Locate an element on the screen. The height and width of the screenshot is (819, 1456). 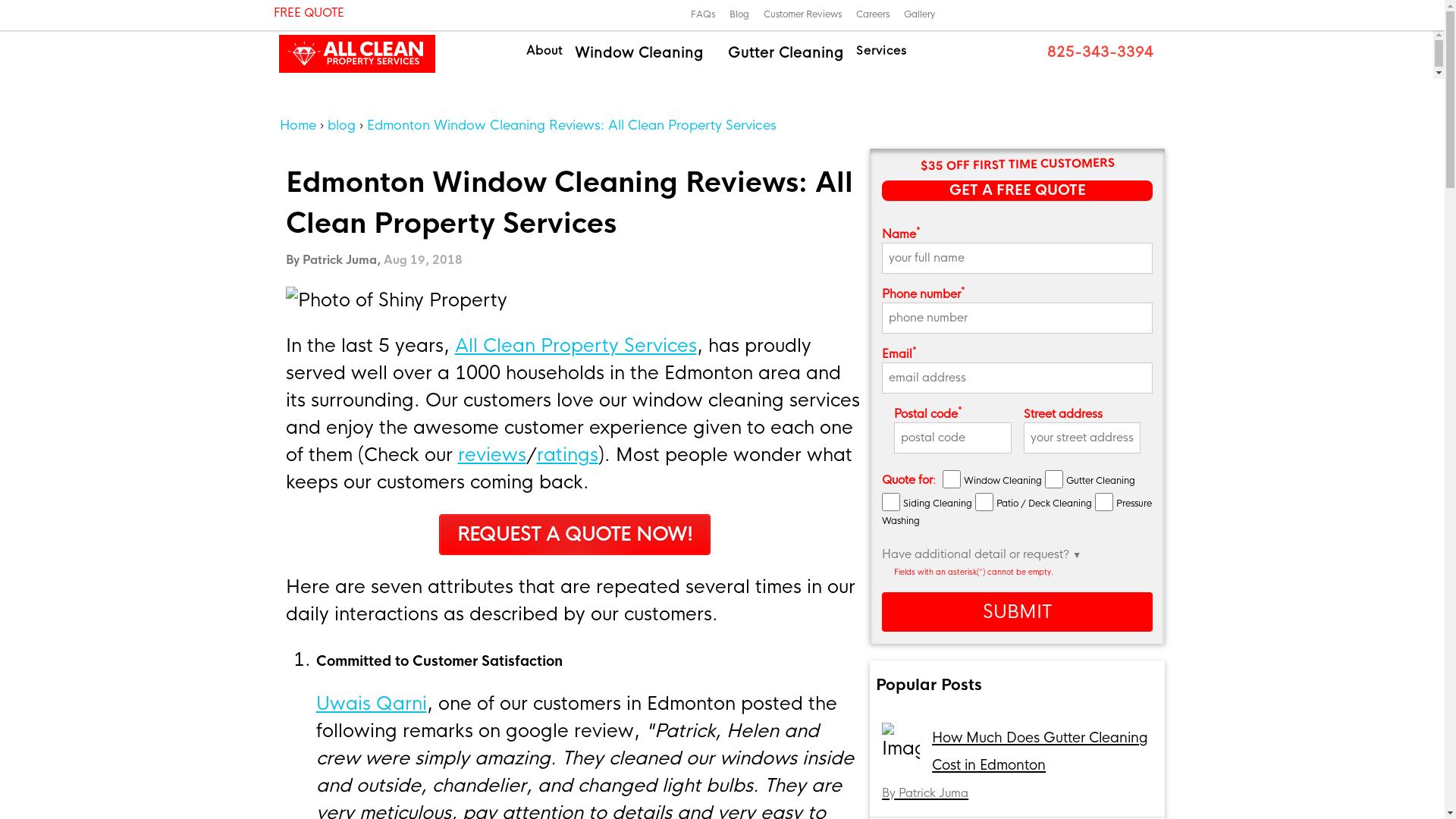
' FREE QUOTE' is located at coordinates (359, 13).